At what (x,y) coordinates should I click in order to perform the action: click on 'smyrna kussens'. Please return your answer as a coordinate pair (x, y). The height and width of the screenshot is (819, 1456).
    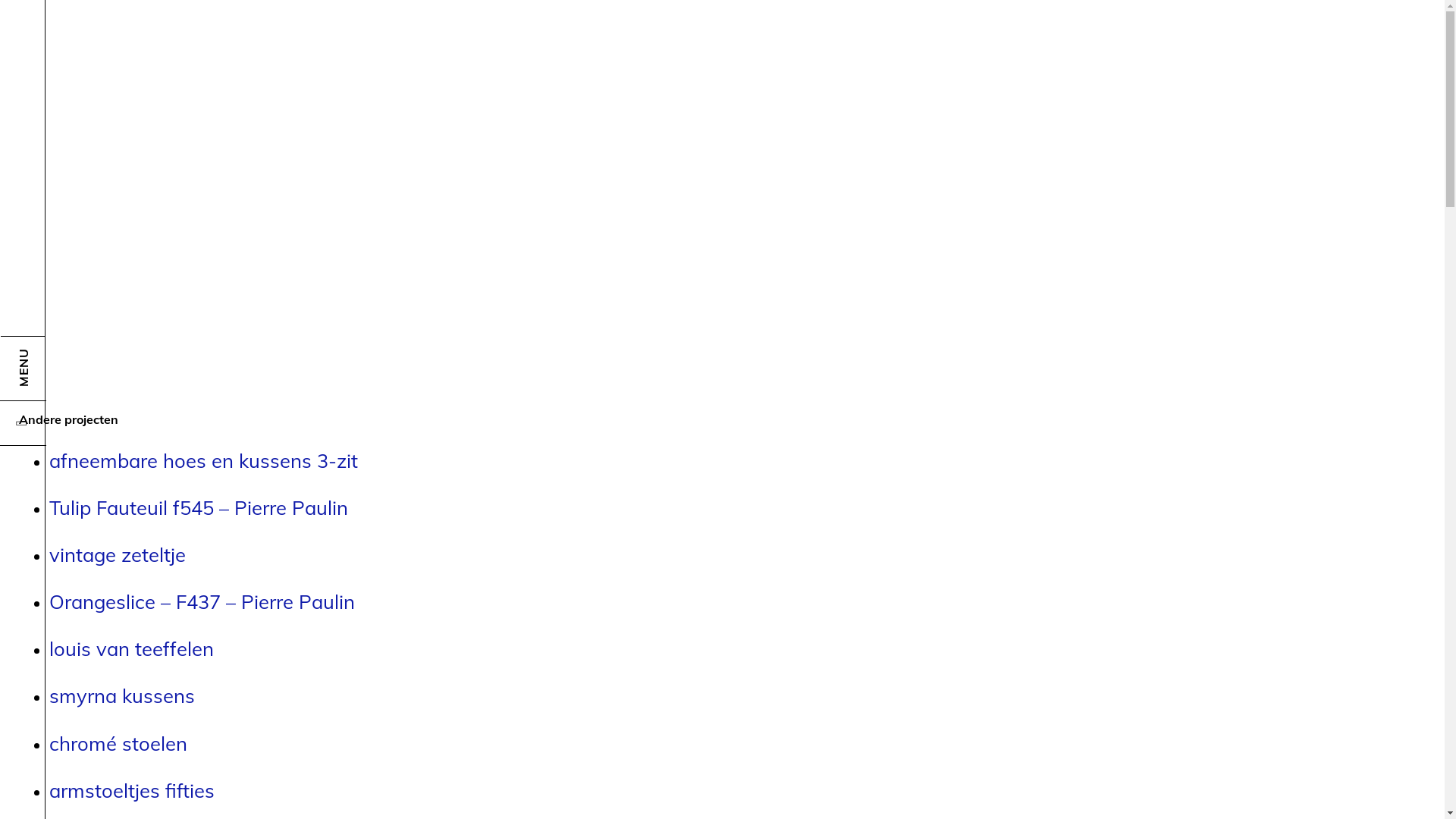
    Looking at the image, I should click on (122, 695).